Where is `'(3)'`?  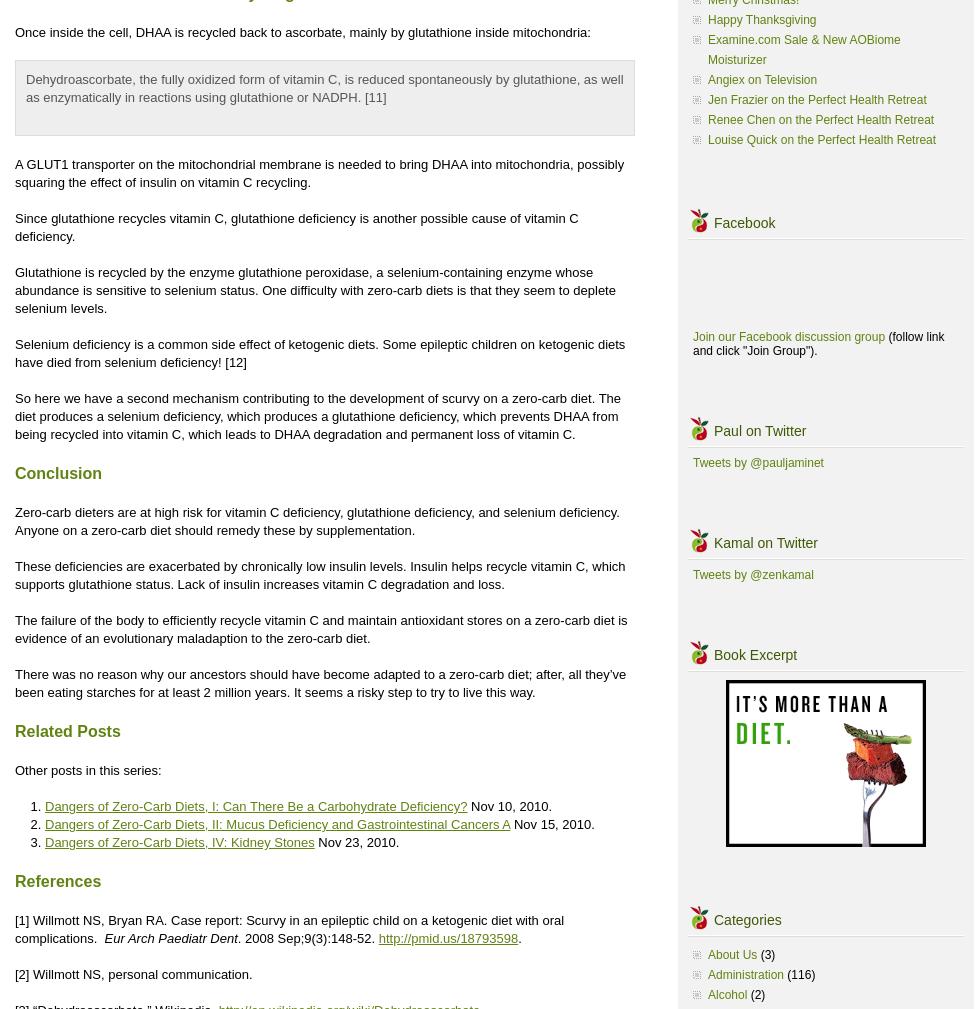
'(3)' is located at coordinates (765, 954).